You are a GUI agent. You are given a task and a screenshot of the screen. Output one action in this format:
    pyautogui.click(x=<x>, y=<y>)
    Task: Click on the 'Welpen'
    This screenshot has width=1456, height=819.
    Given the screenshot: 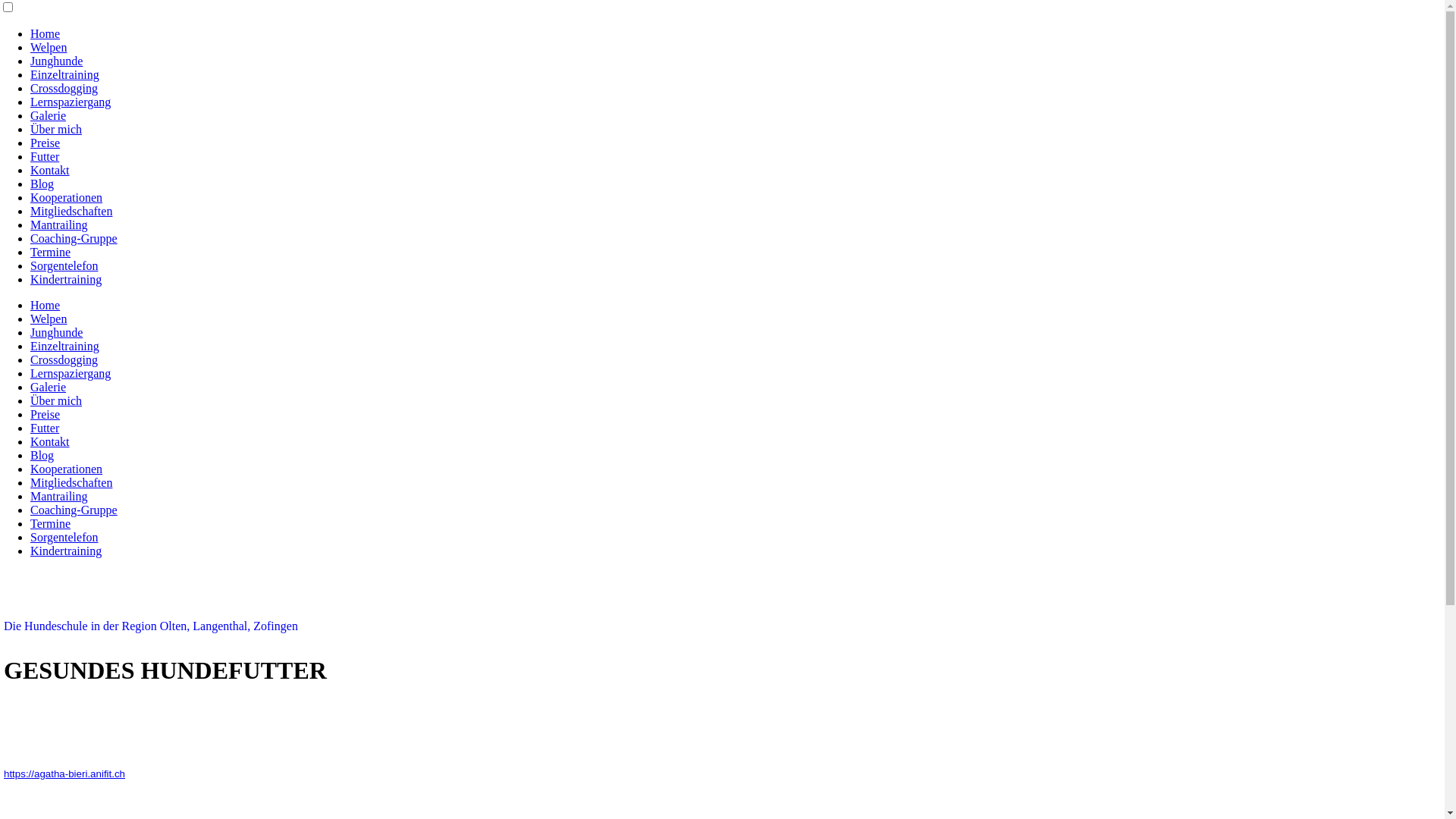 What is the action you would take?
    pyautogui.click(x=48, y=46)
    